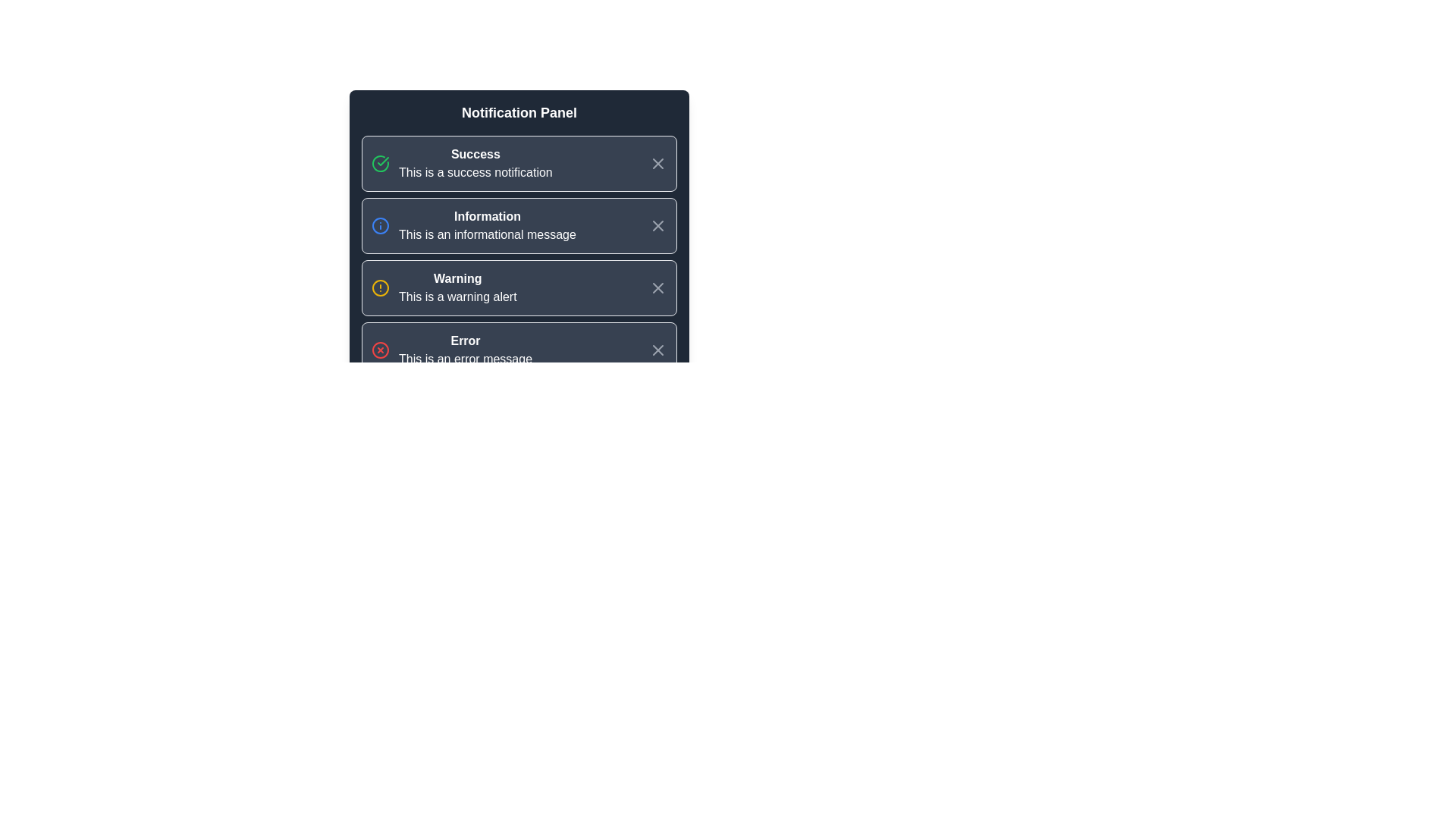 The image size is (1456, 819). I want to click on warning message displayed in the text block of the notification component, which is centrally located in the third row of the notification panel, so click(457, 288).